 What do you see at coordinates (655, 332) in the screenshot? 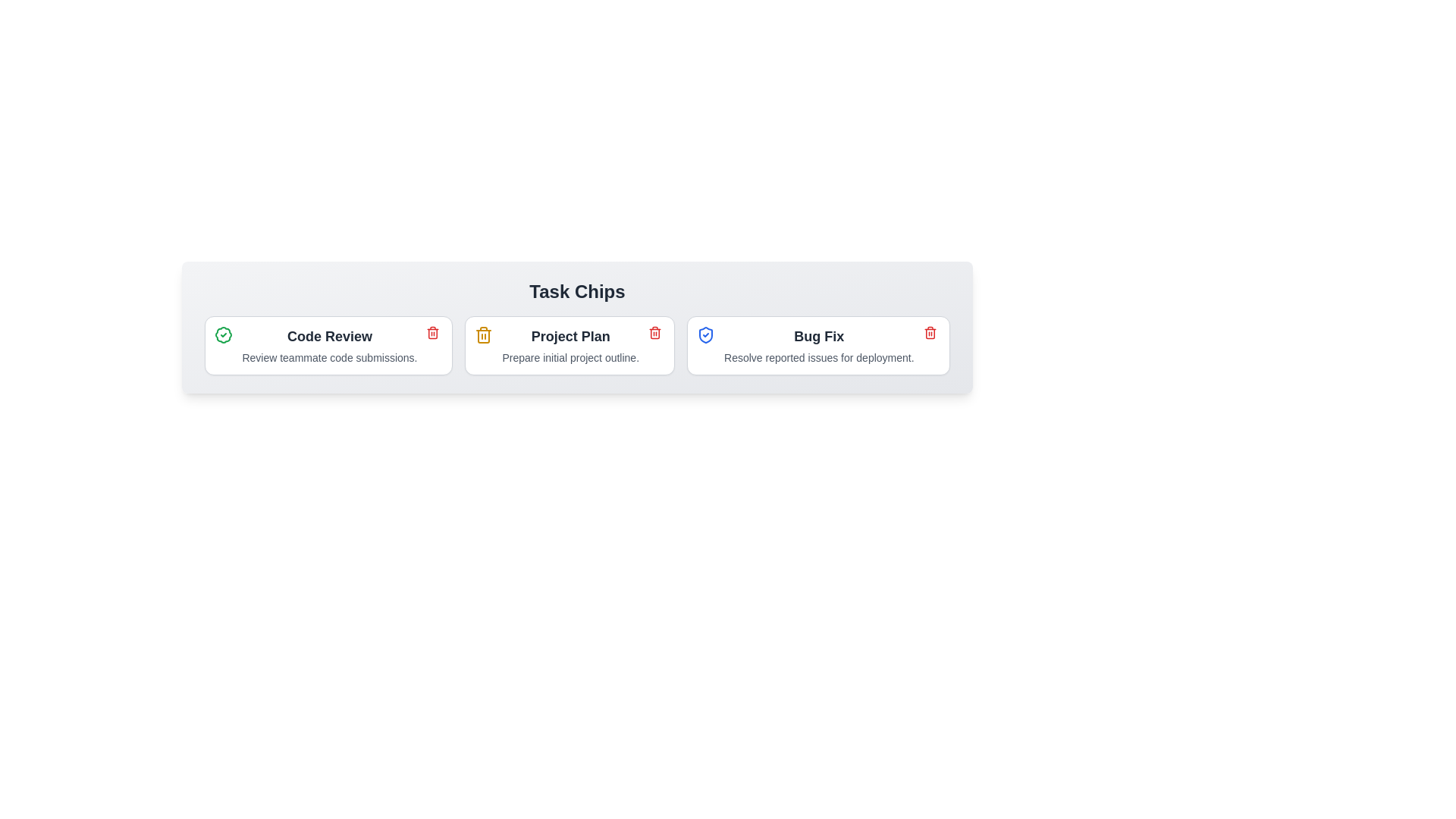
I see `delete button for the task titled Project Plan` at bounding box center [655, 332].